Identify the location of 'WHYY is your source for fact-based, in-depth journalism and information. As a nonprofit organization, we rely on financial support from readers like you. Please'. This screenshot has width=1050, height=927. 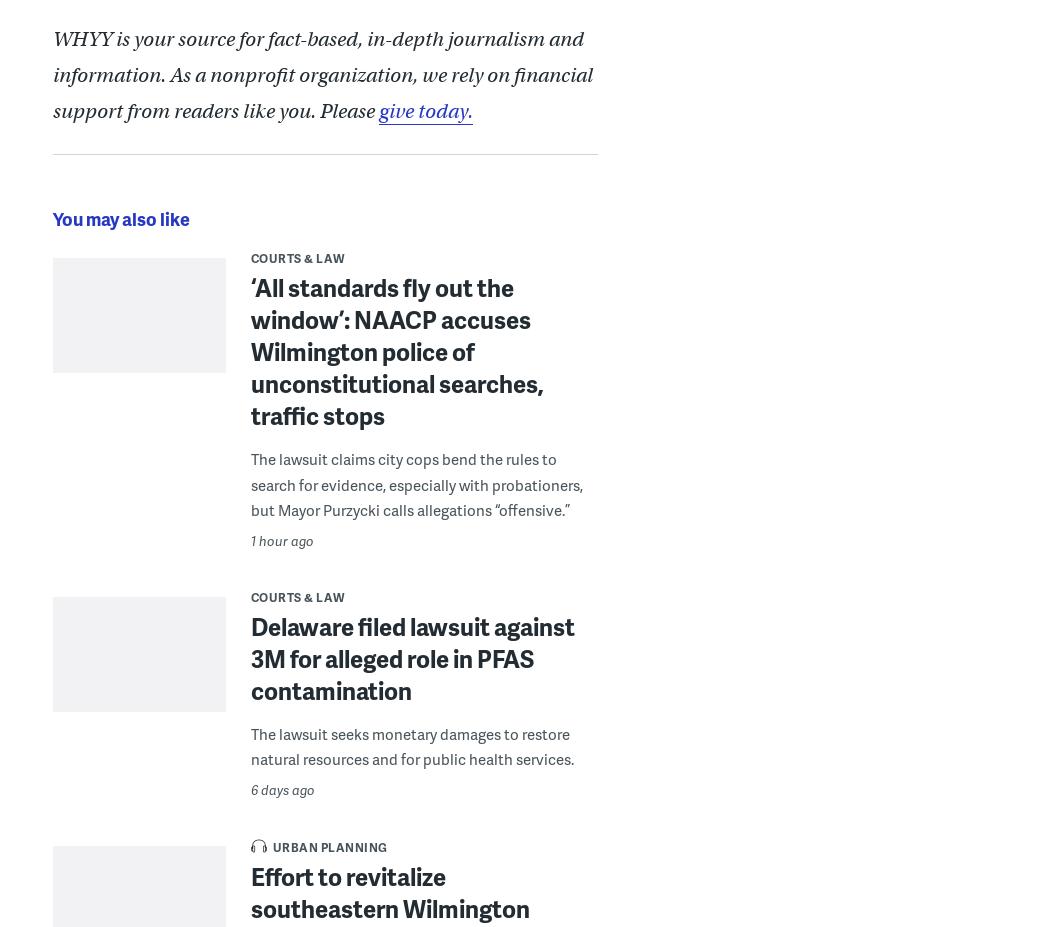
(50, 73).